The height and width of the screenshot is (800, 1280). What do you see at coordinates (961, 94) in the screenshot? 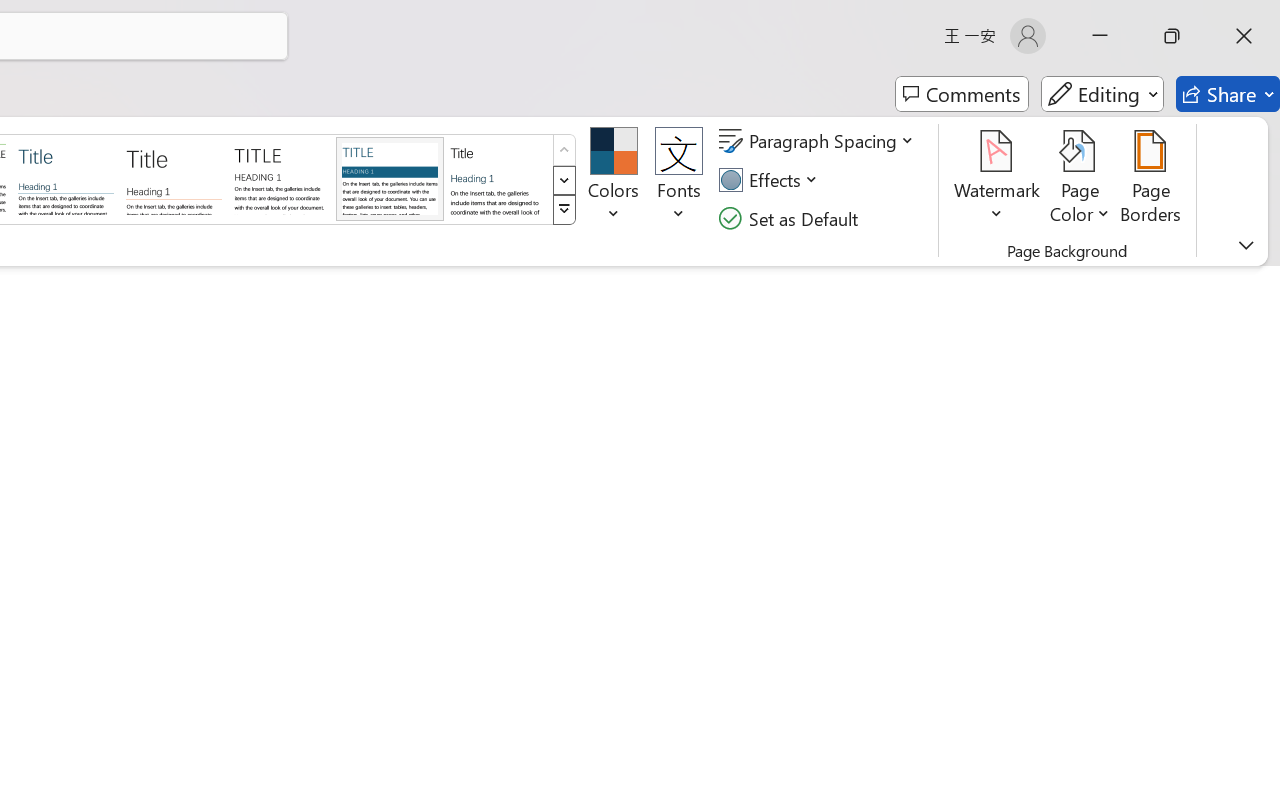
I see `'Comments'` at bounding box center [961, 94].